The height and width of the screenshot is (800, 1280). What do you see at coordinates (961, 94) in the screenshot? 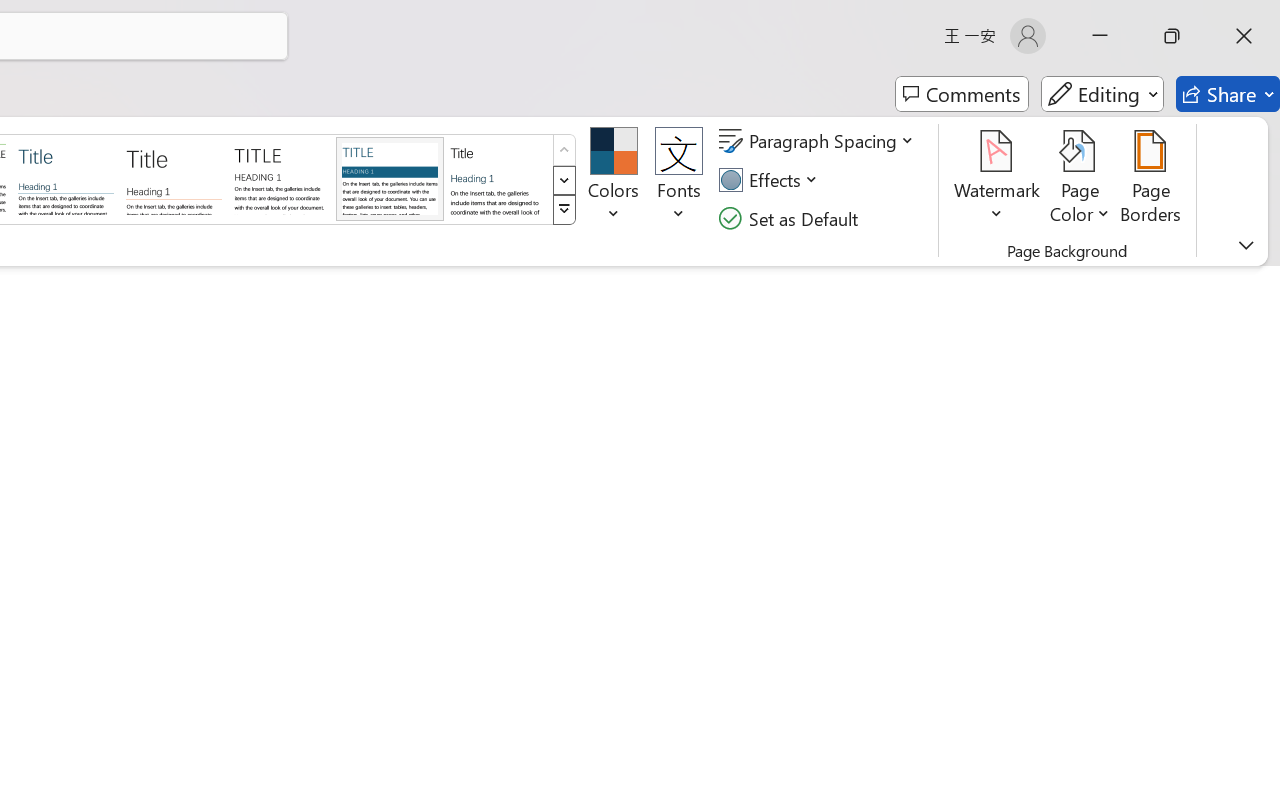
I see `'Comments'` at bounding box center [961, 94].